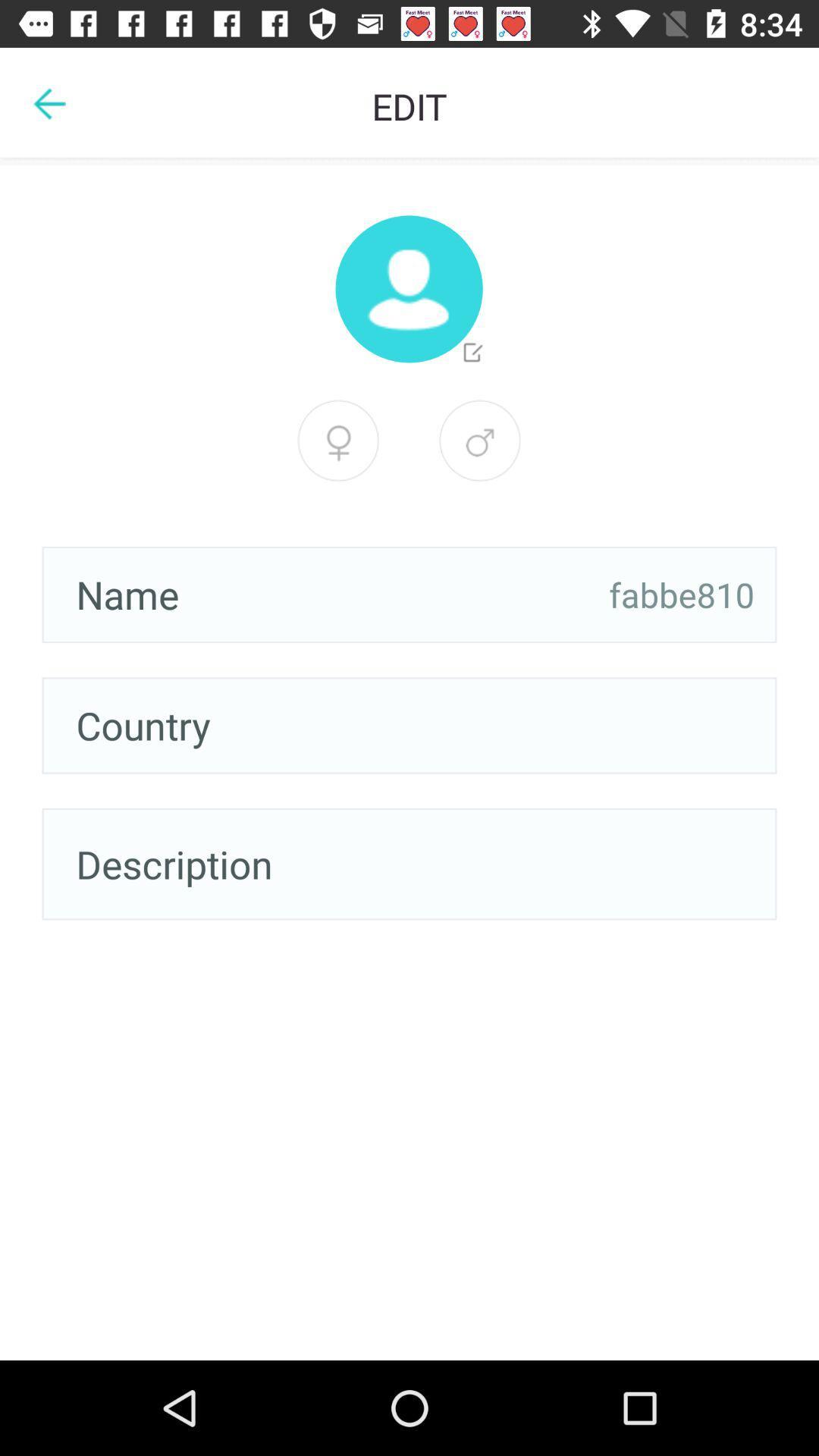 The width and height of the screenshot is (819, 1456). Describe the element at coordinates (337, 440) in the screenshot. I see `male option` at that location.